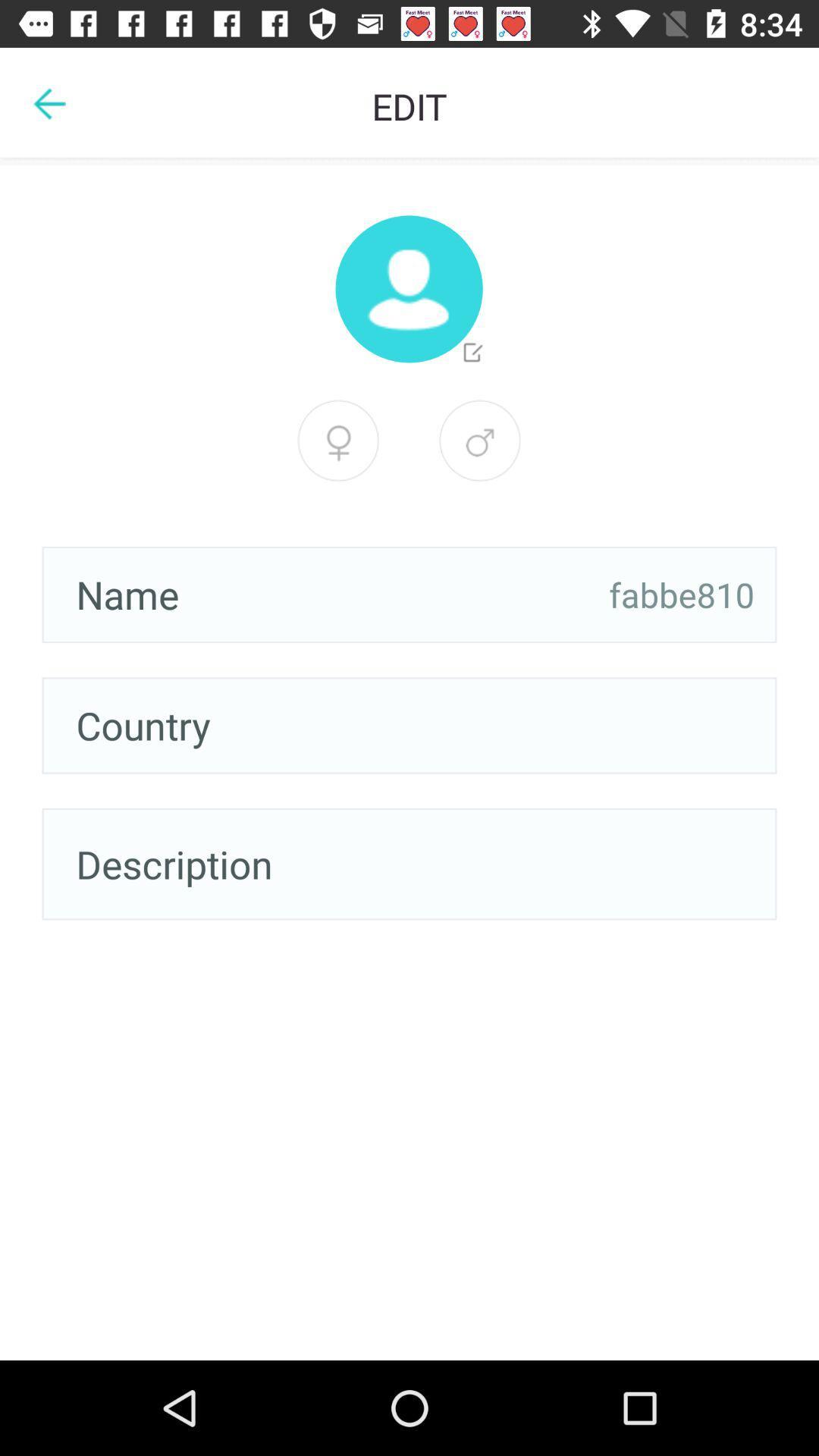 The width and height of the screenshot is (819, 1456). Describe the element at coordinates (337, 440) in the screenshot. I see `male option` at that location.